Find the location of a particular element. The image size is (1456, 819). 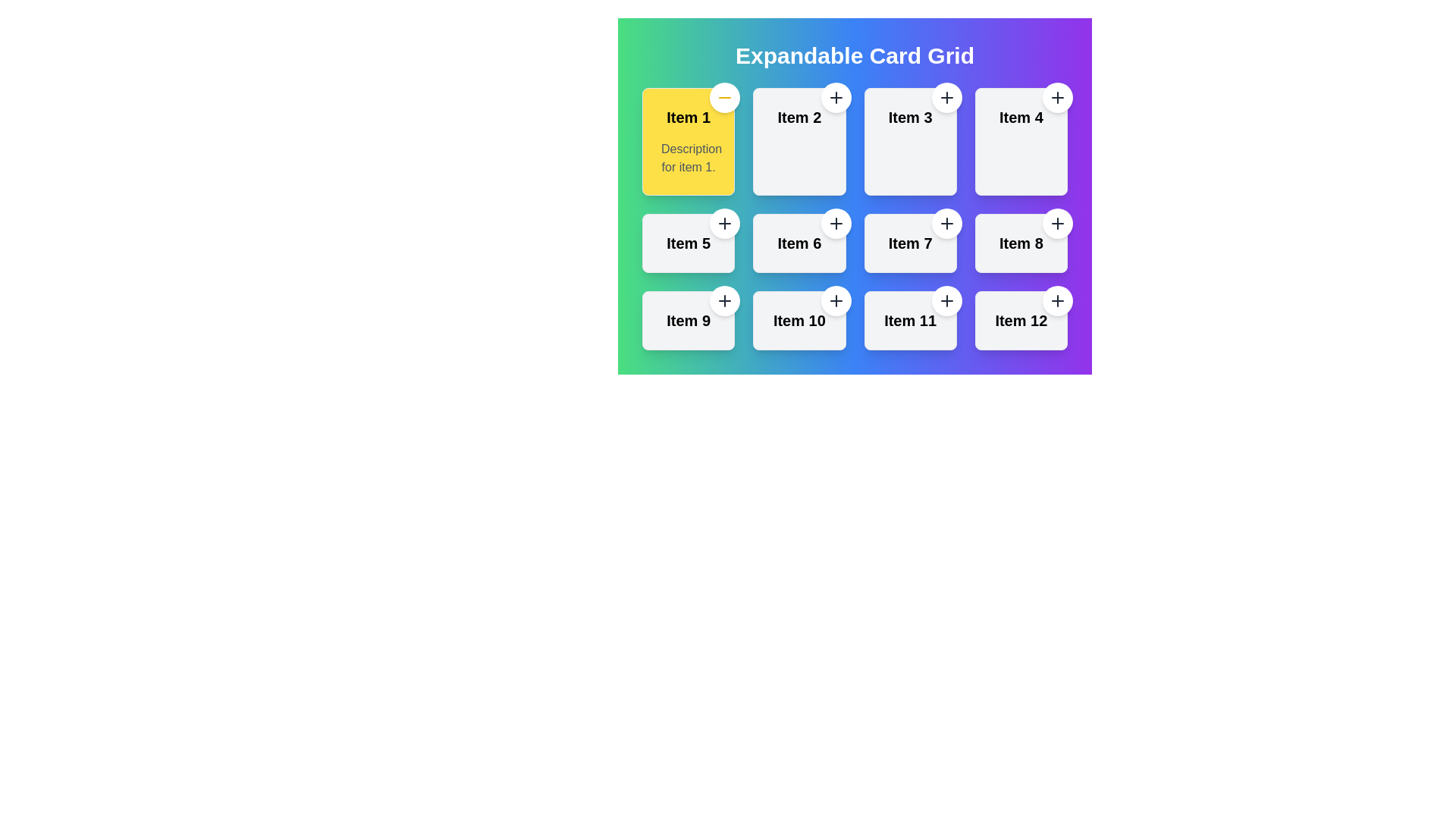

the circular button with a white background and a gray '+' icon located at the top-right corner of the 'Item 10' card is located at coordinates (835, 301).